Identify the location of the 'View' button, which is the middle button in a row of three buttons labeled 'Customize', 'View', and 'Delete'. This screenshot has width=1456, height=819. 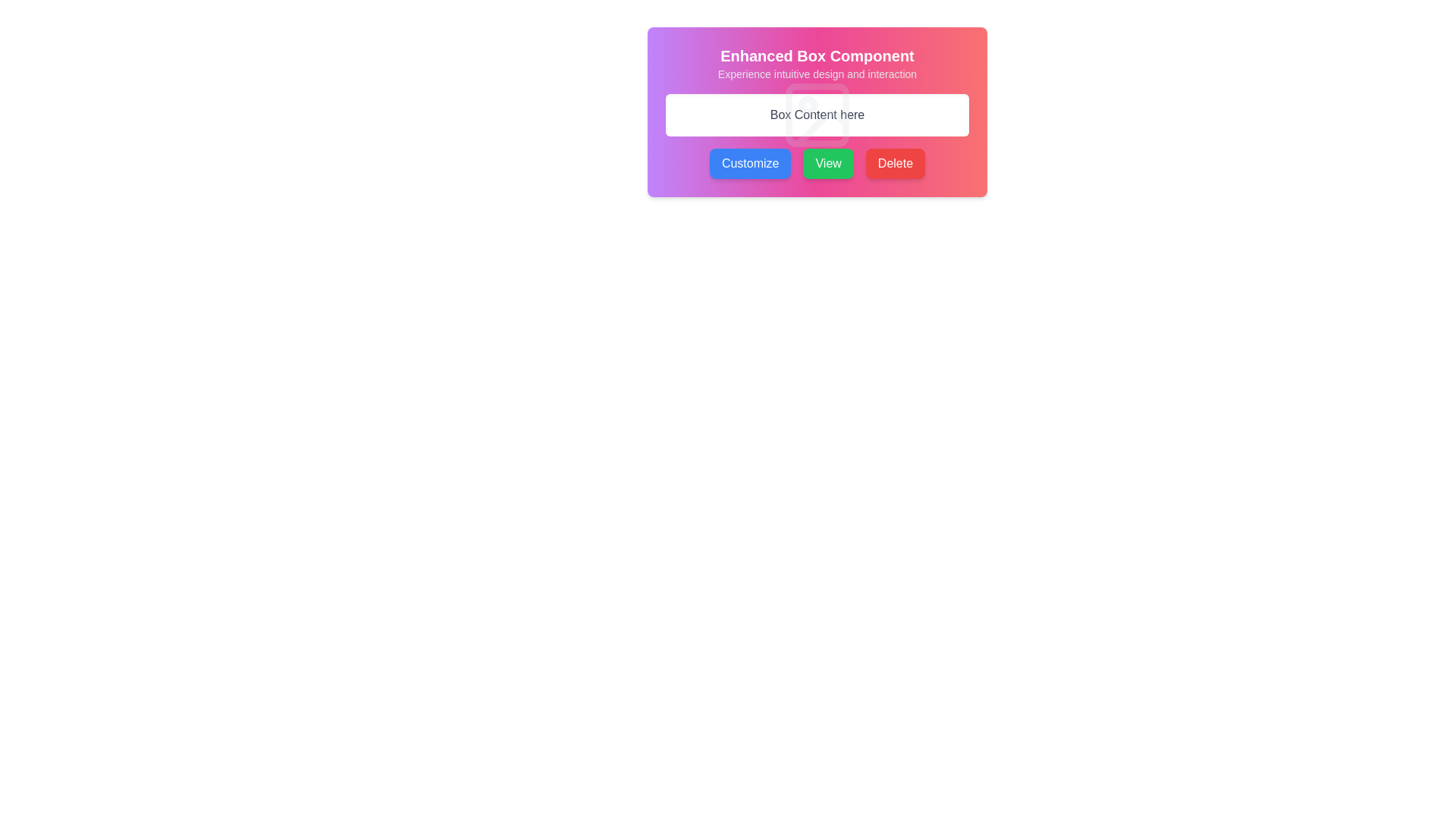
(827, 164).